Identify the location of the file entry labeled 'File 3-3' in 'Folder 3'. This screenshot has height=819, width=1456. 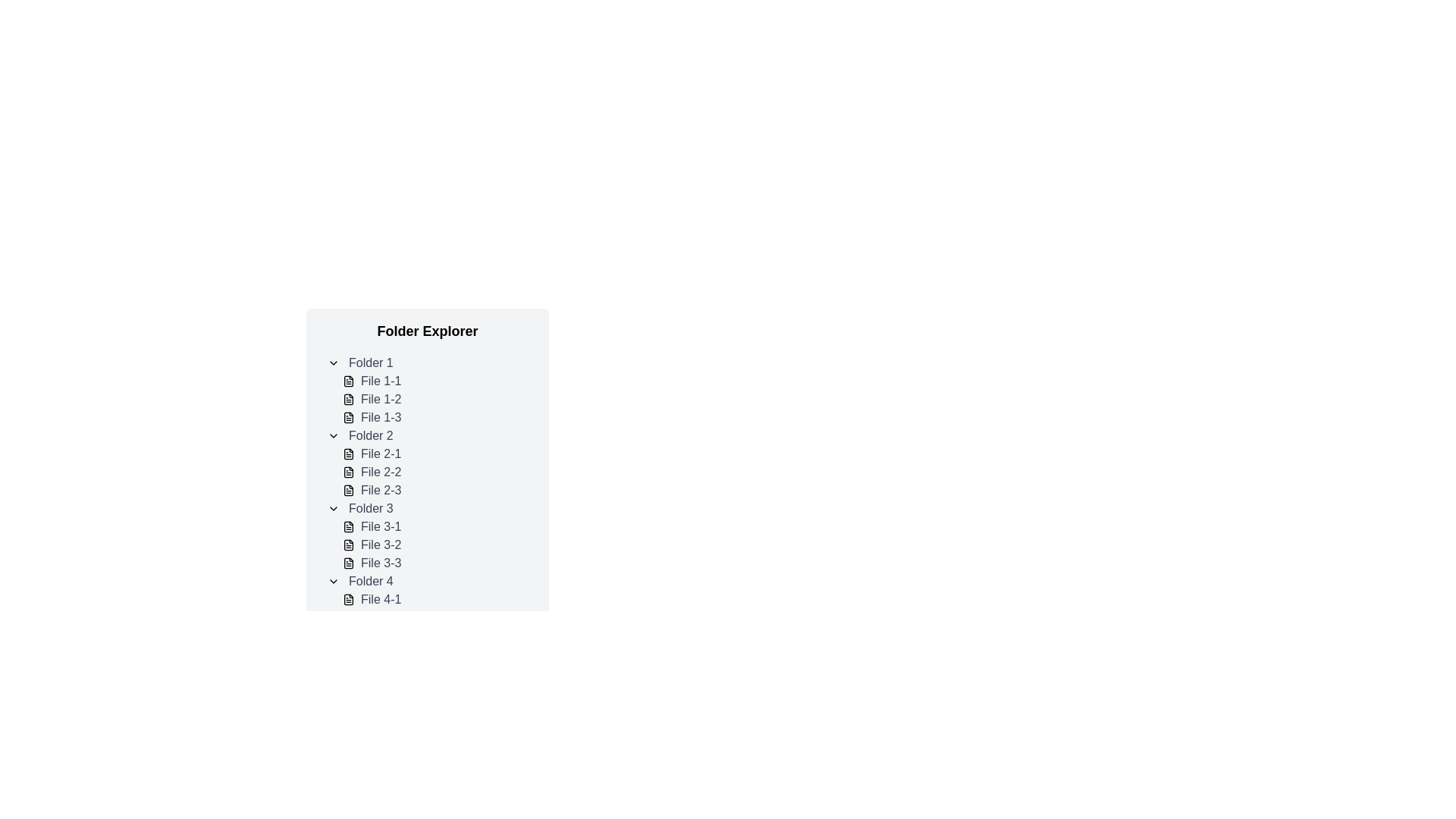
(436, 563).